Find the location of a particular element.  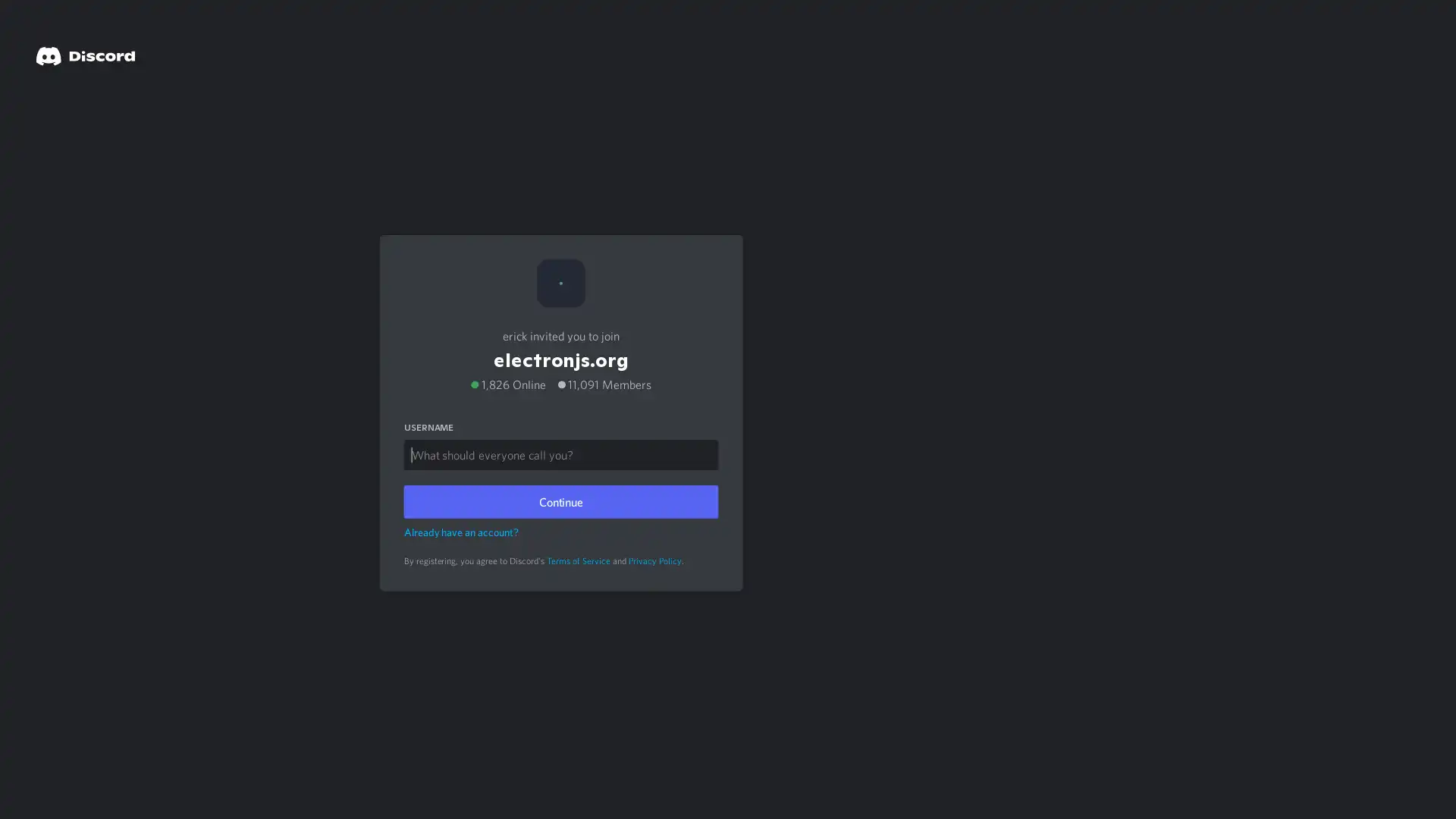

Continue is located at coordinates (560, 497).